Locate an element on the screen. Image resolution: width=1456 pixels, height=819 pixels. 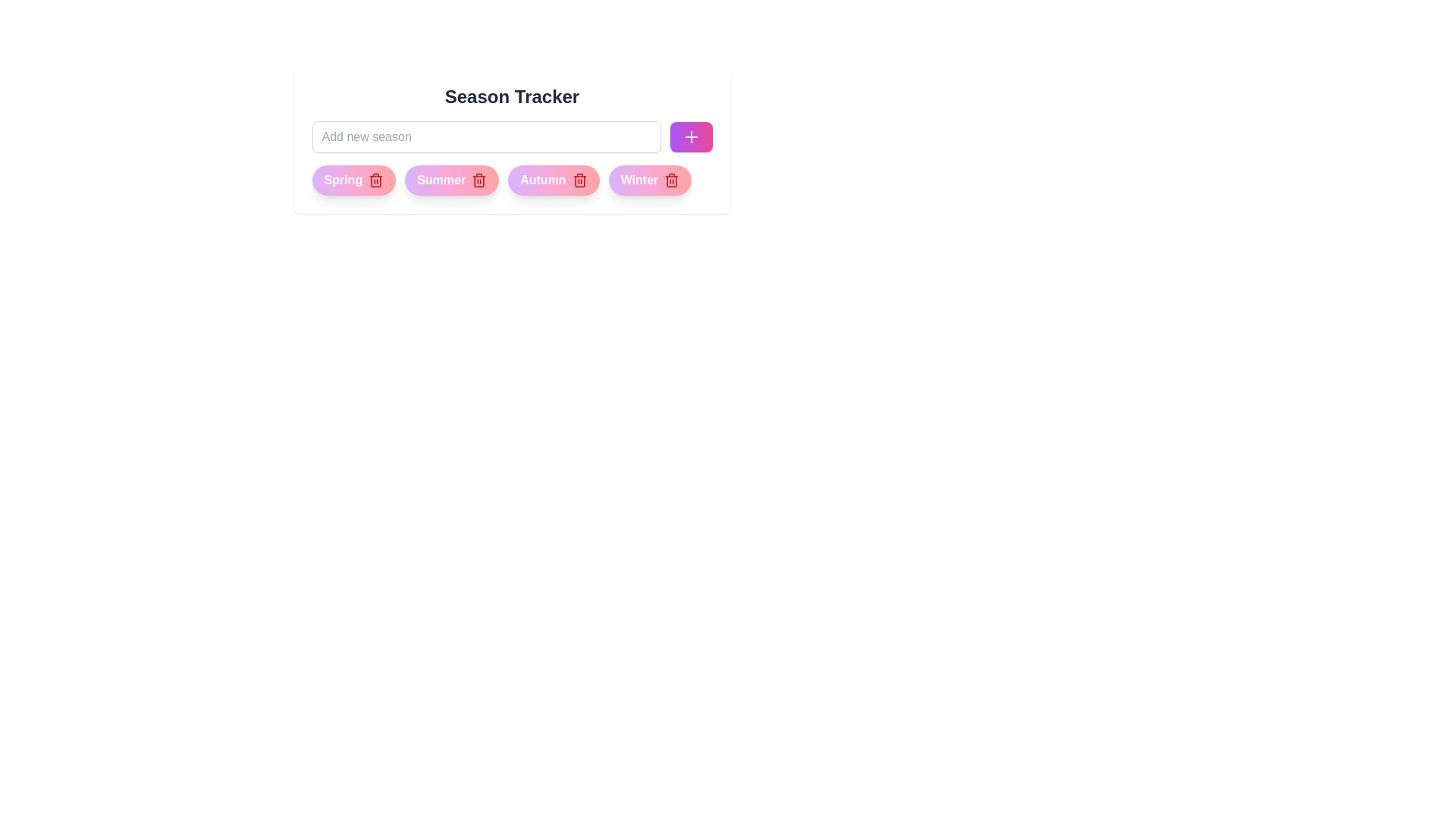
the 'Add new season' input field to focus on it is located at coordinates (486, 137).